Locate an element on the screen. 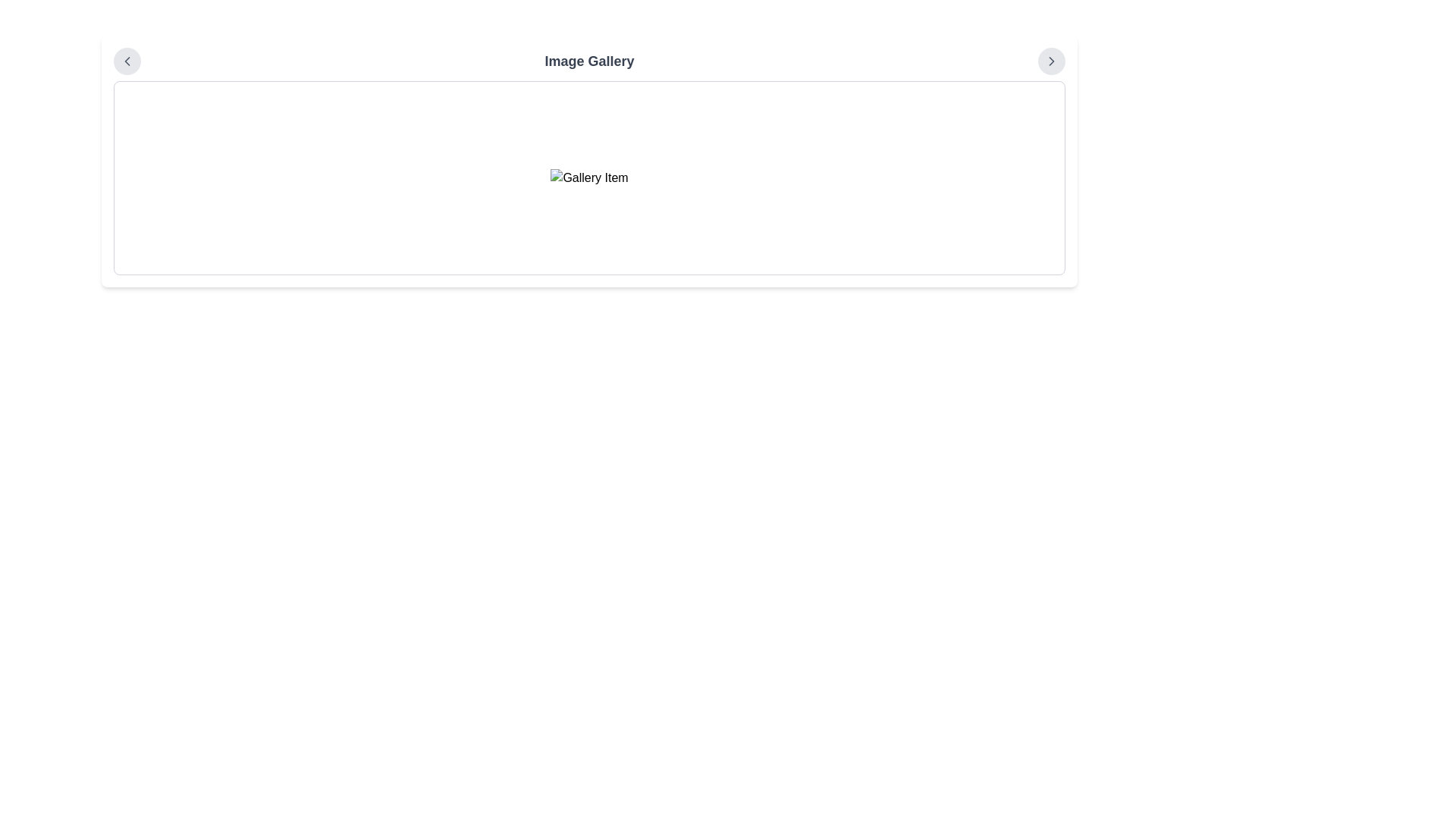 Image resolution: width=1456 pixels, height=819 pixels. the circular button containing the dark gray left-pointing arrow icon is located at coordinates (127, 61).